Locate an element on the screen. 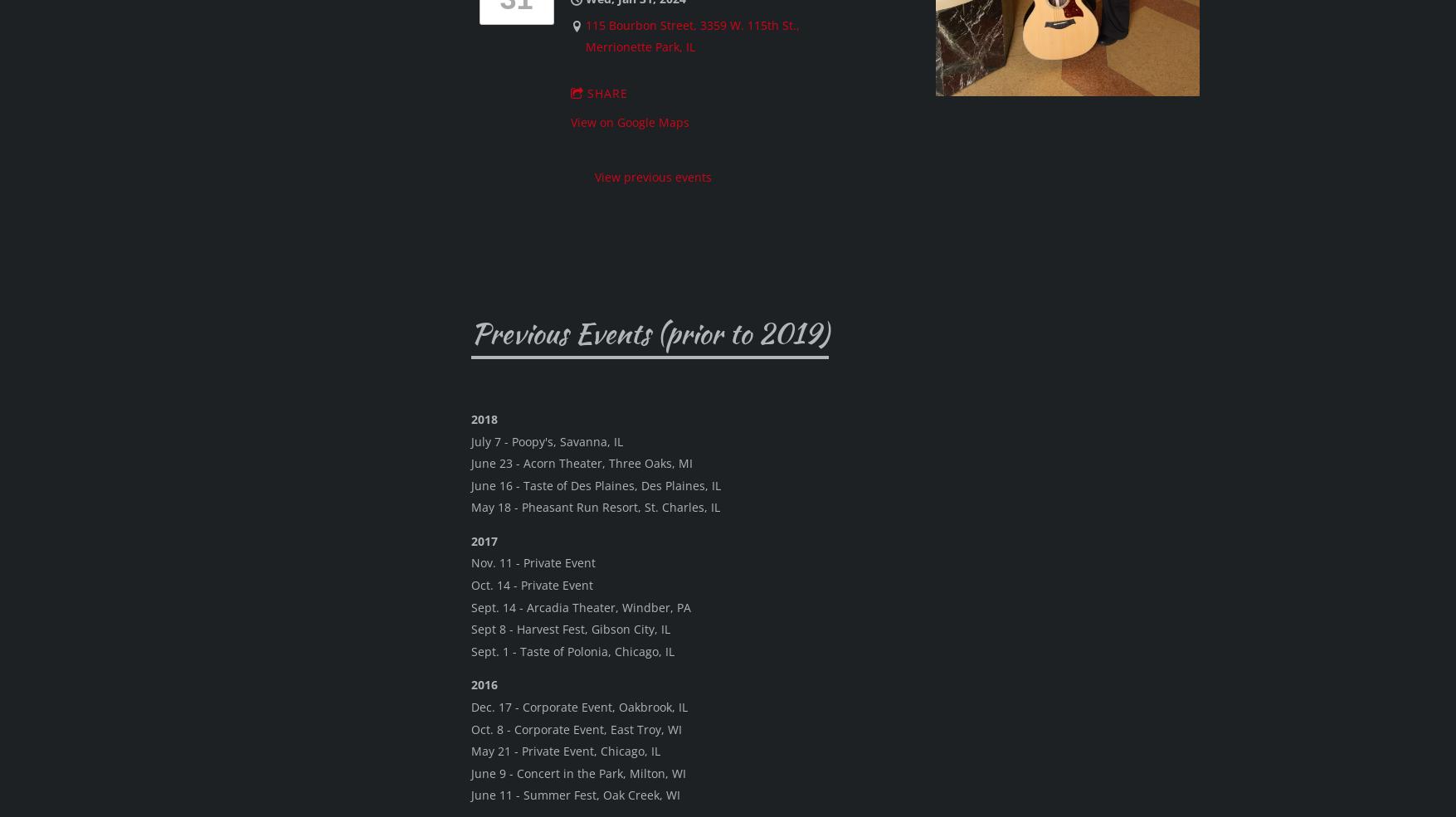  'Ballydoyle, Aurora, IL' is located at coordinates (579, 107).